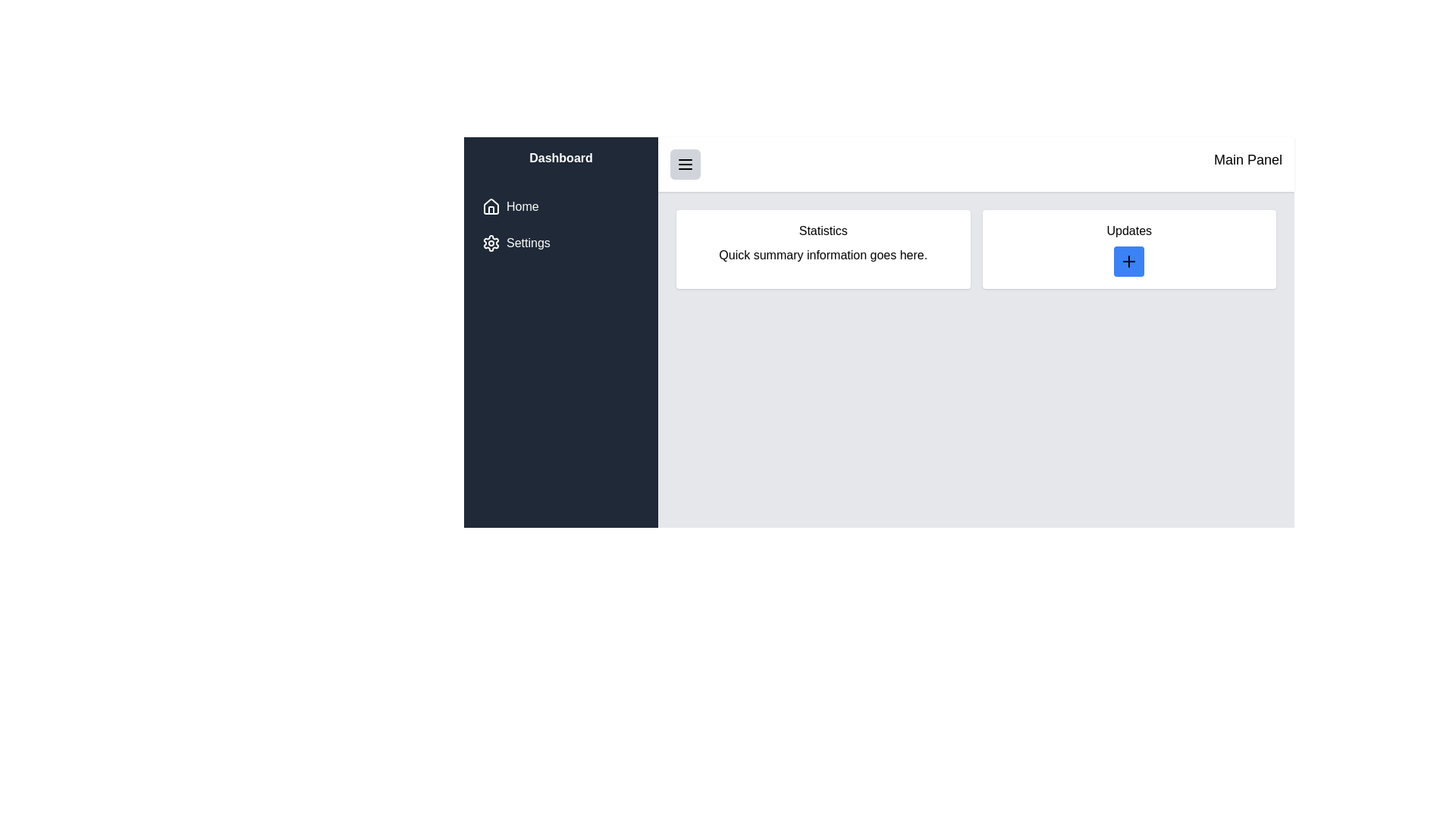  Describe the element at coordinates (1129, 260) in the screenshot. I see `the '+' button located in the 'Updates' panel` at that location.